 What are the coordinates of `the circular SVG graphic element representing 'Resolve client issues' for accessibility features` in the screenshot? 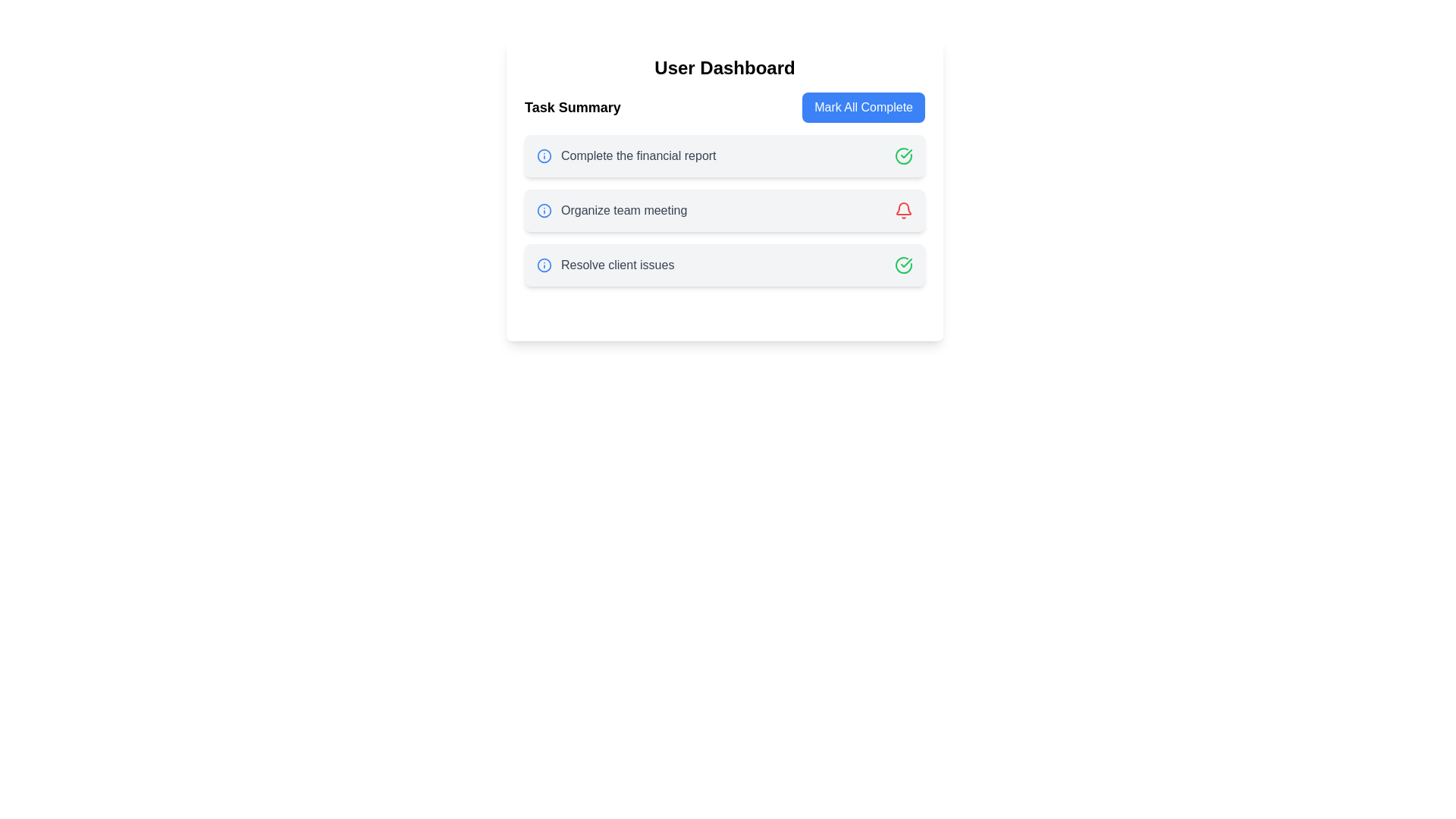 It's located at (544, 265).